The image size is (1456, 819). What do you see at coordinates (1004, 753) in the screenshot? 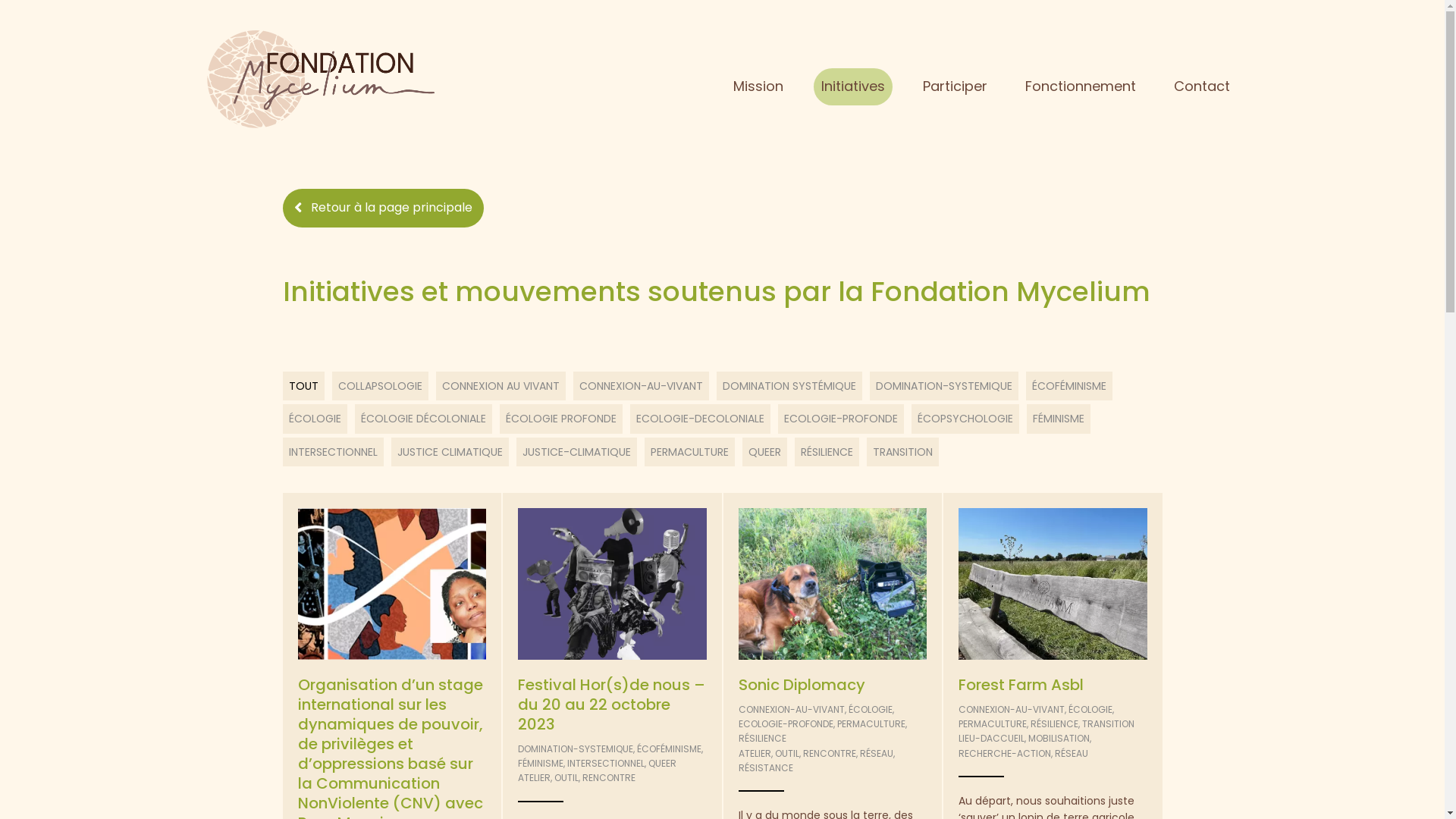
I see `'RECHERCHE-ACTION'` at bounding box center [1004, 753].